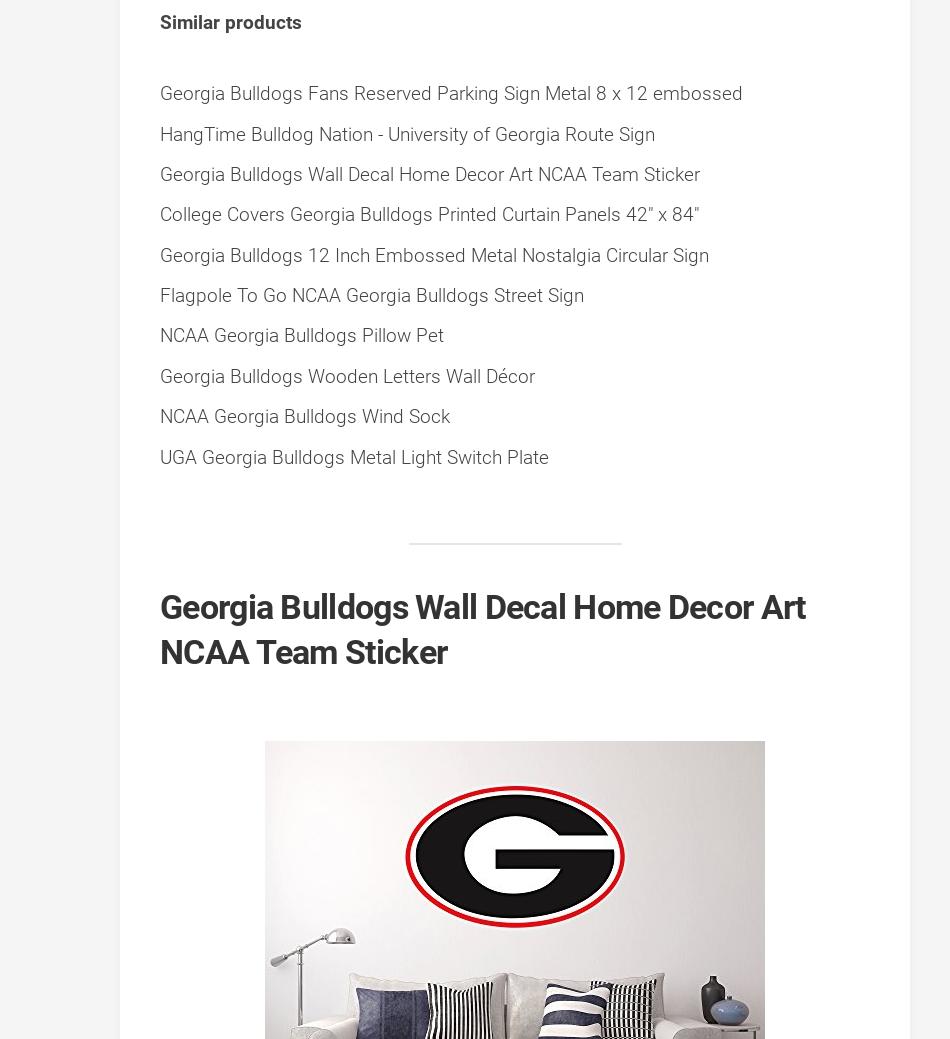  Describe the element at coordinates (406, 132) in the screenshot. I see `'HangTime Bulldog Nation - University of Georgia Route Sign'` at that location.